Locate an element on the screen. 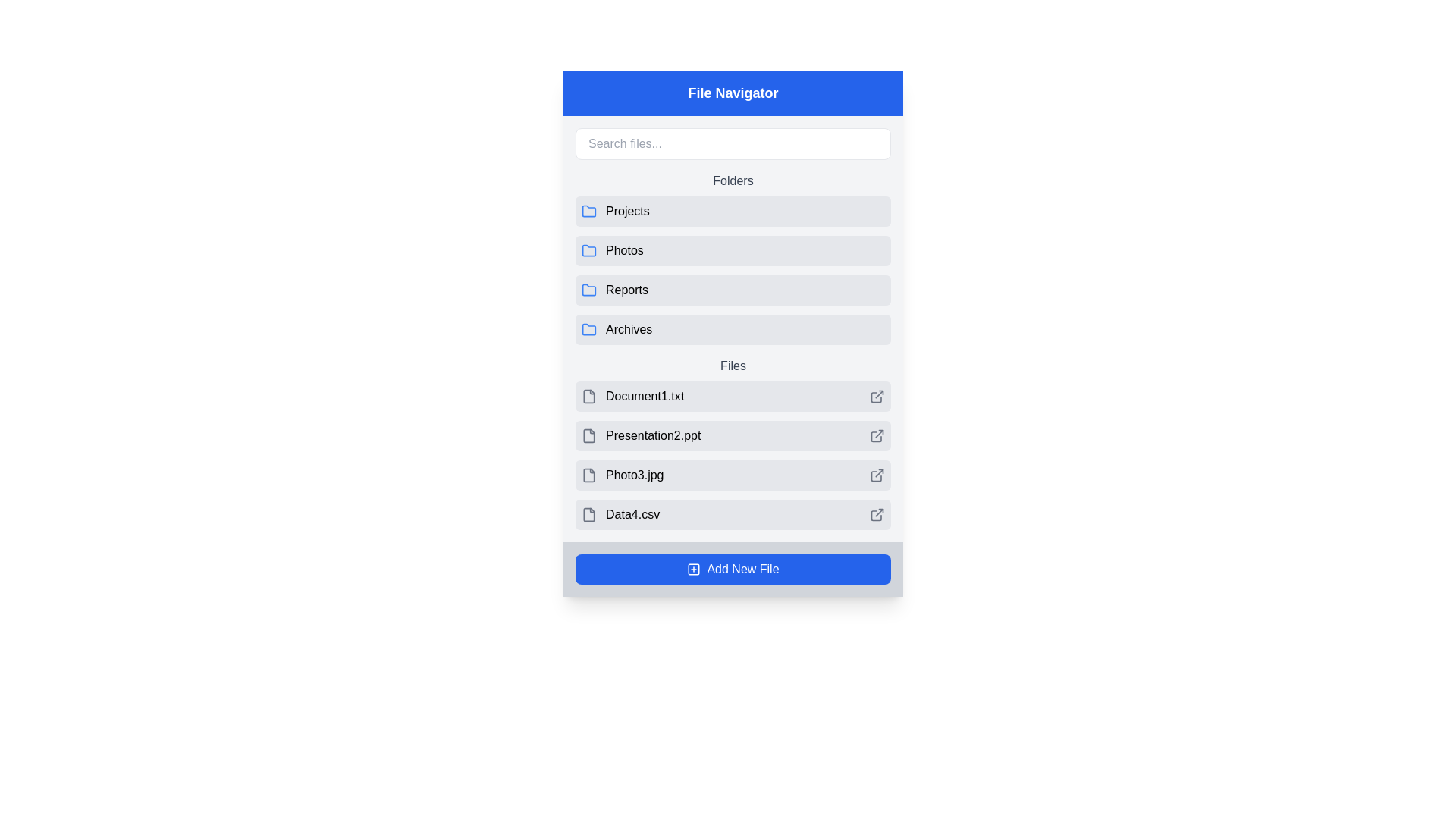  the file icon representing 'Document1.txt', which has a rectangular shape with a folded top-right corner and a gray border is located at coordinates (588, 396).